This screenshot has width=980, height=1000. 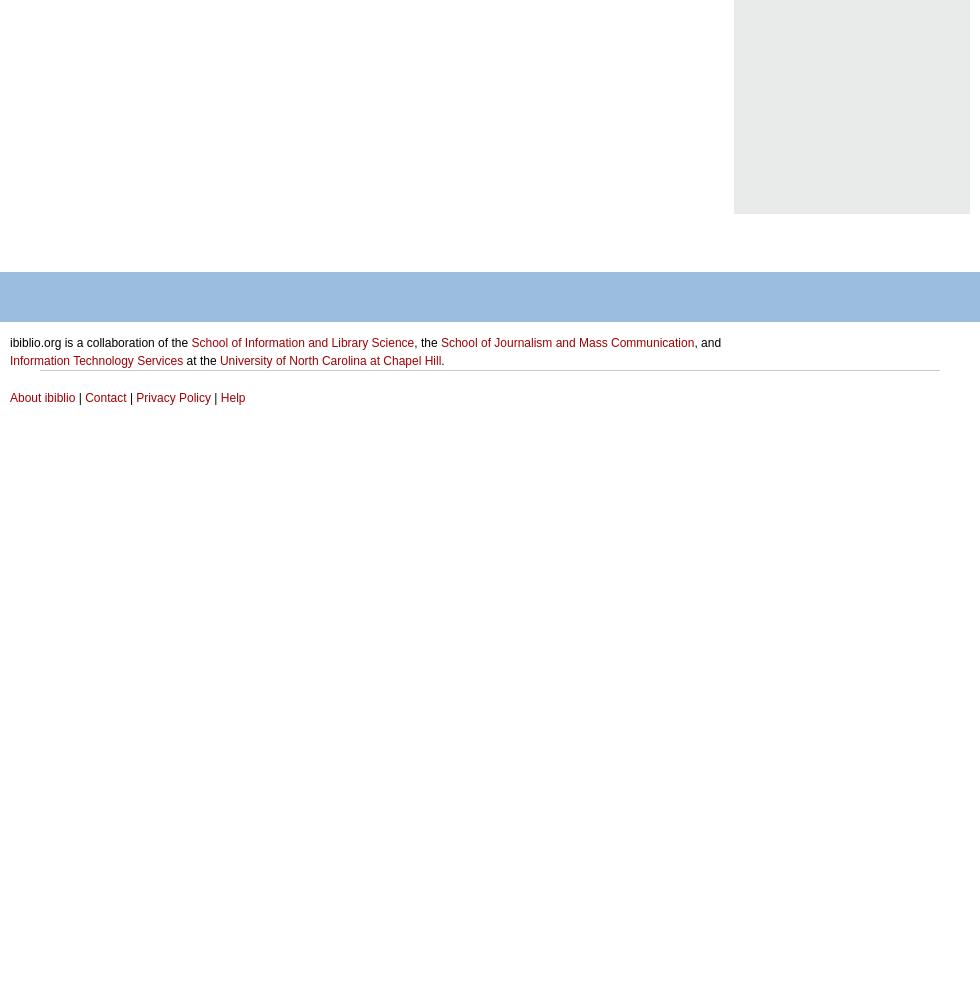 I want to click on 'About ibiblio', so click(x=42, y=398).